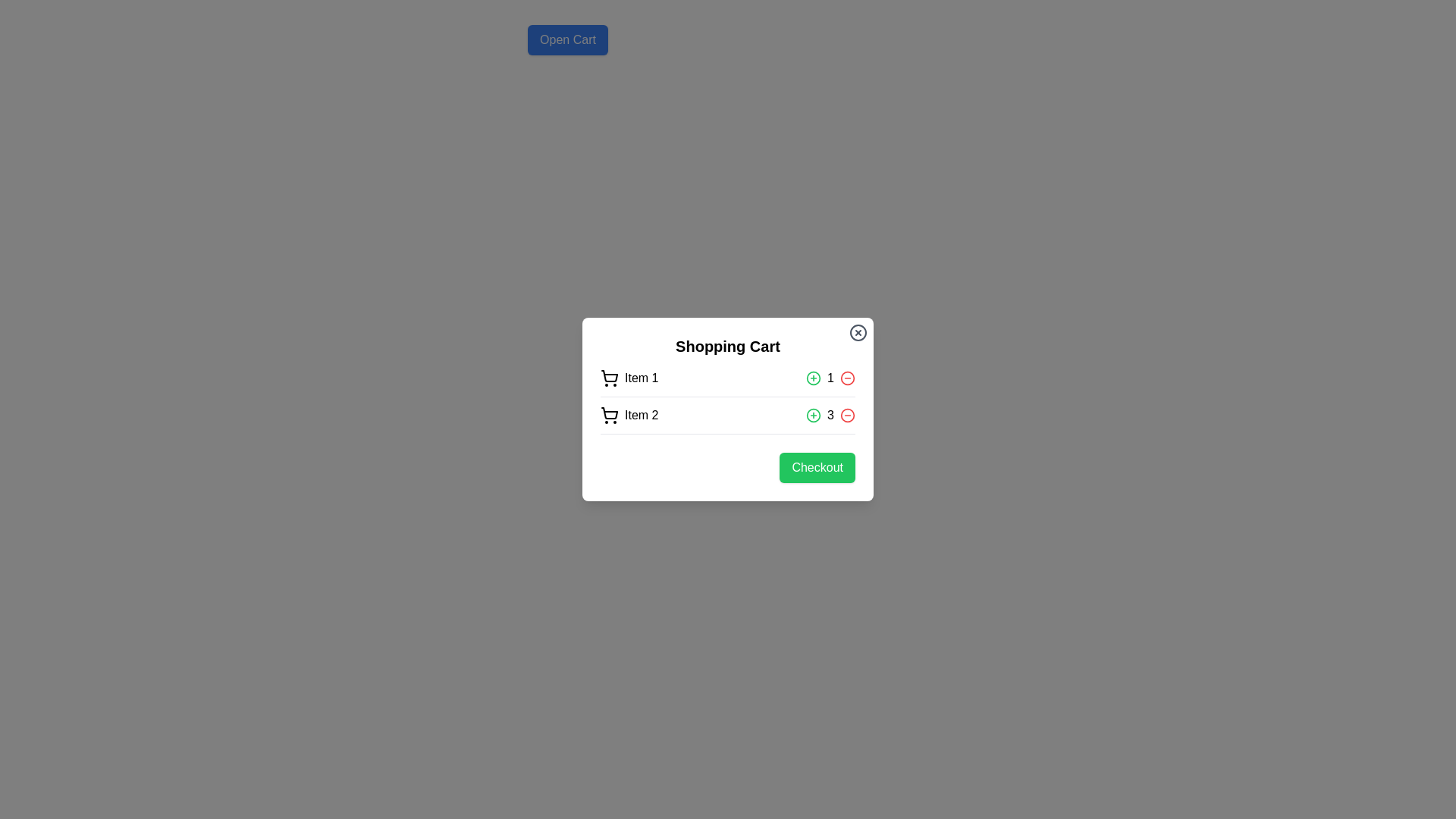  What do you see at coordinates (847, 415) in the screenshot?
I see `the circular element in the SVG graphic that is part of the controls for 'Item 2' in the shopping cart dialog` at bounding box center [847, 415].